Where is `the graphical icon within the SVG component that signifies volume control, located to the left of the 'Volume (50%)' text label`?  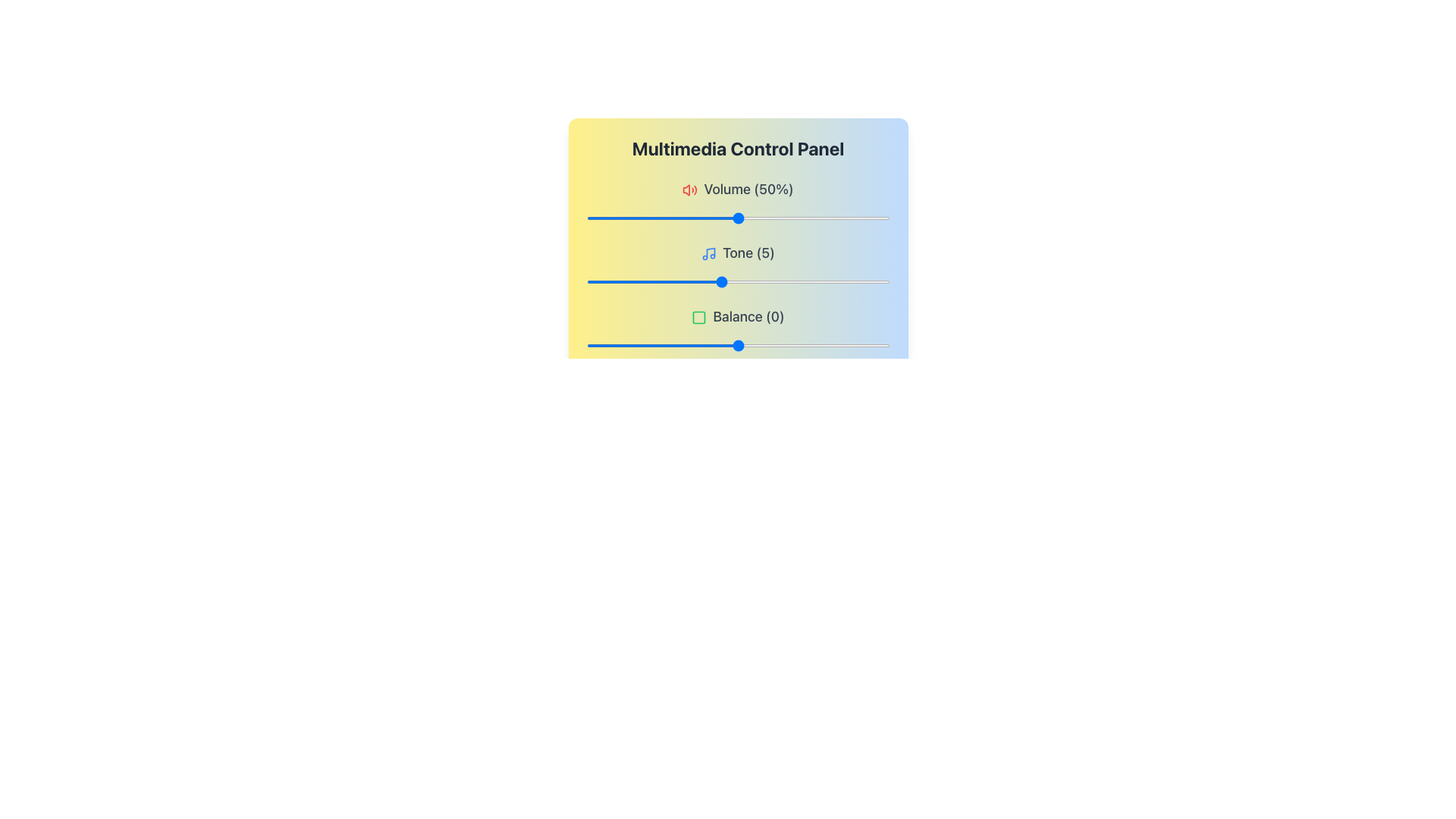 the graphical icon within the SVG component that signifies volume control, located to the left of the 'Volume (50%)' text label is located at coordinates (686, 190).